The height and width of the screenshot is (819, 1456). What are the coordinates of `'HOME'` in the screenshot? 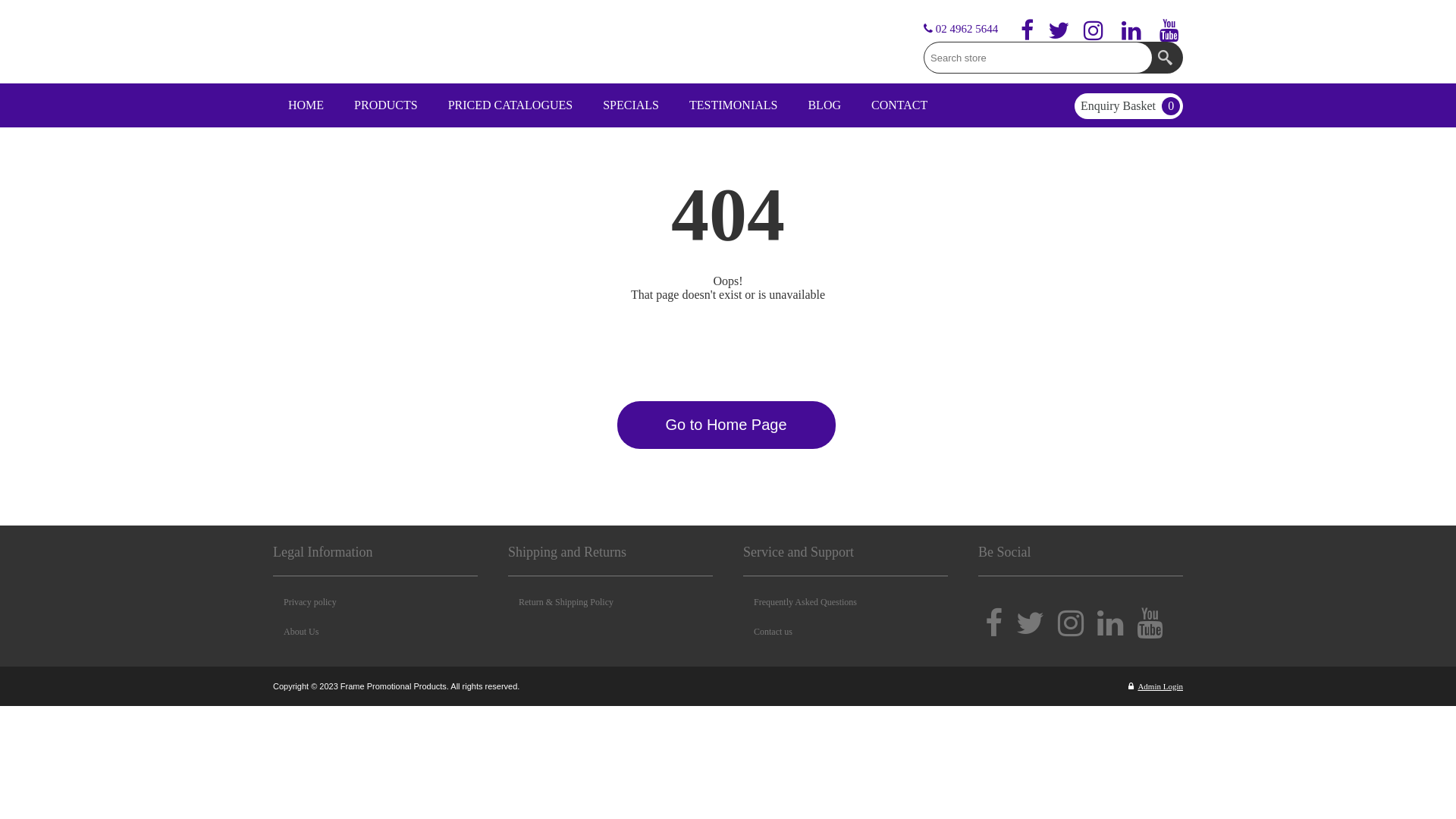 It's located at (273, 104).